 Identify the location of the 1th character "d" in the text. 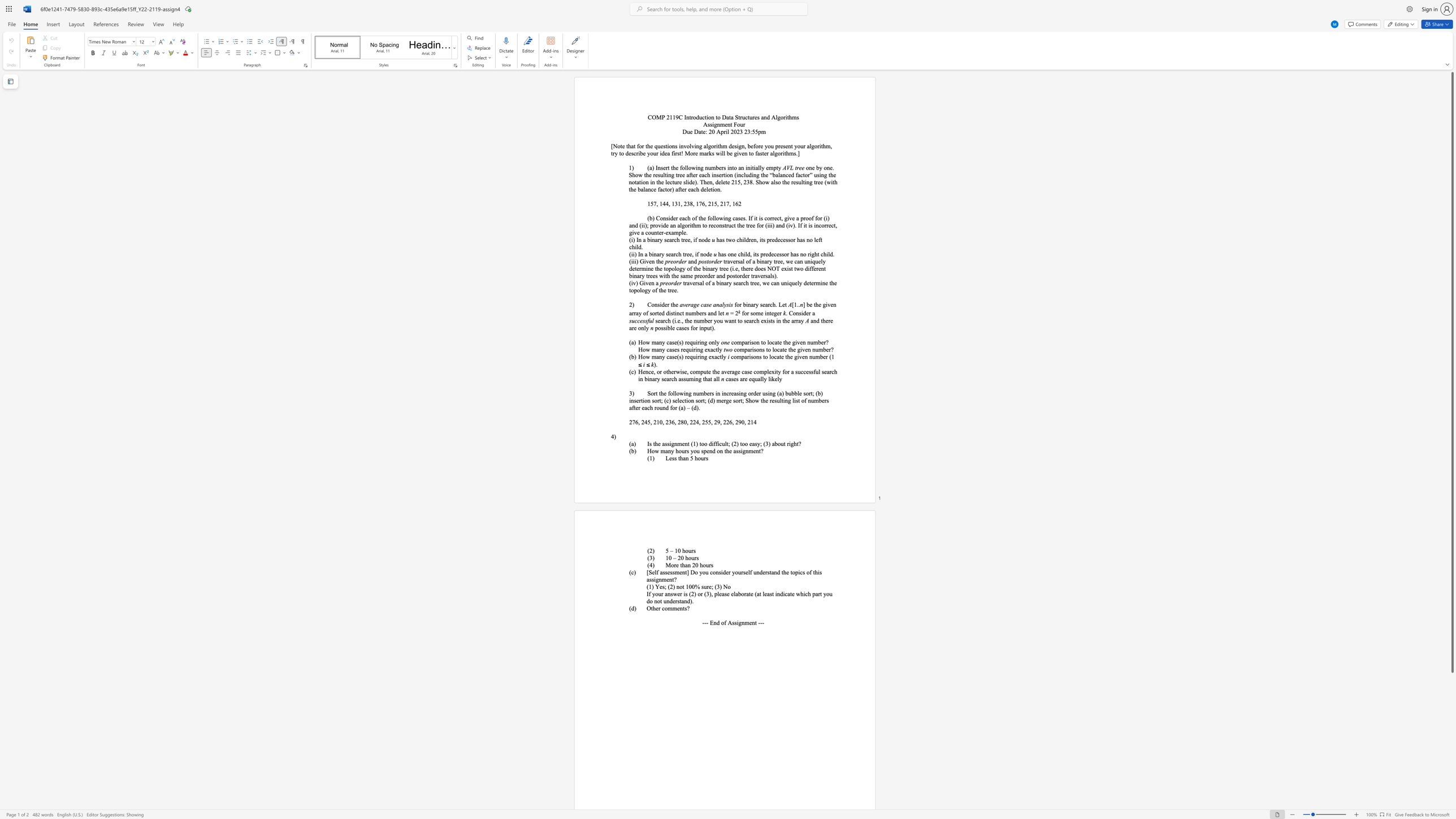
(662, 304).